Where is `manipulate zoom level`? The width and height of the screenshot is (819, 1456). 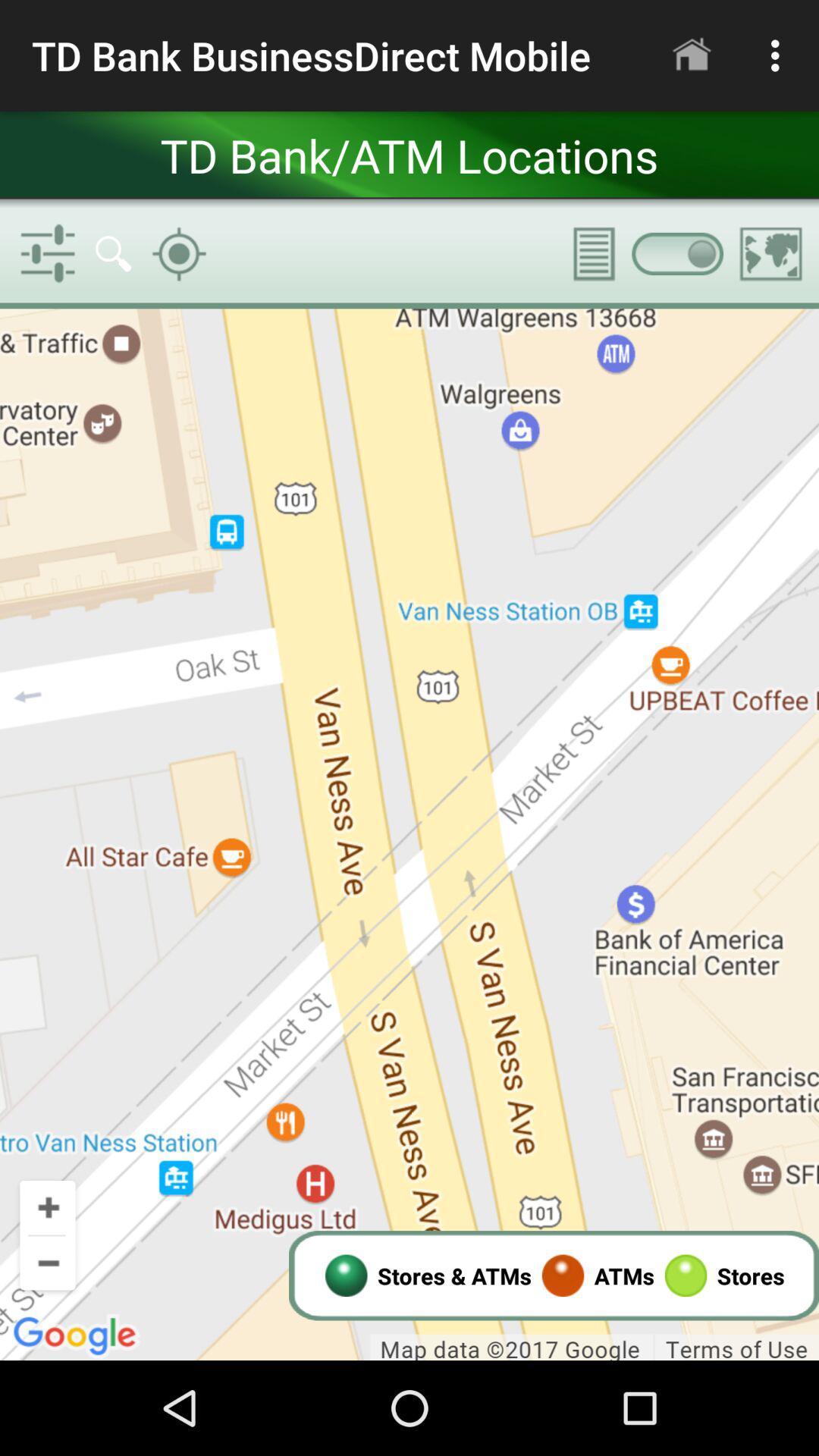
manipulate zoom level is located at coordinates (409, 833).